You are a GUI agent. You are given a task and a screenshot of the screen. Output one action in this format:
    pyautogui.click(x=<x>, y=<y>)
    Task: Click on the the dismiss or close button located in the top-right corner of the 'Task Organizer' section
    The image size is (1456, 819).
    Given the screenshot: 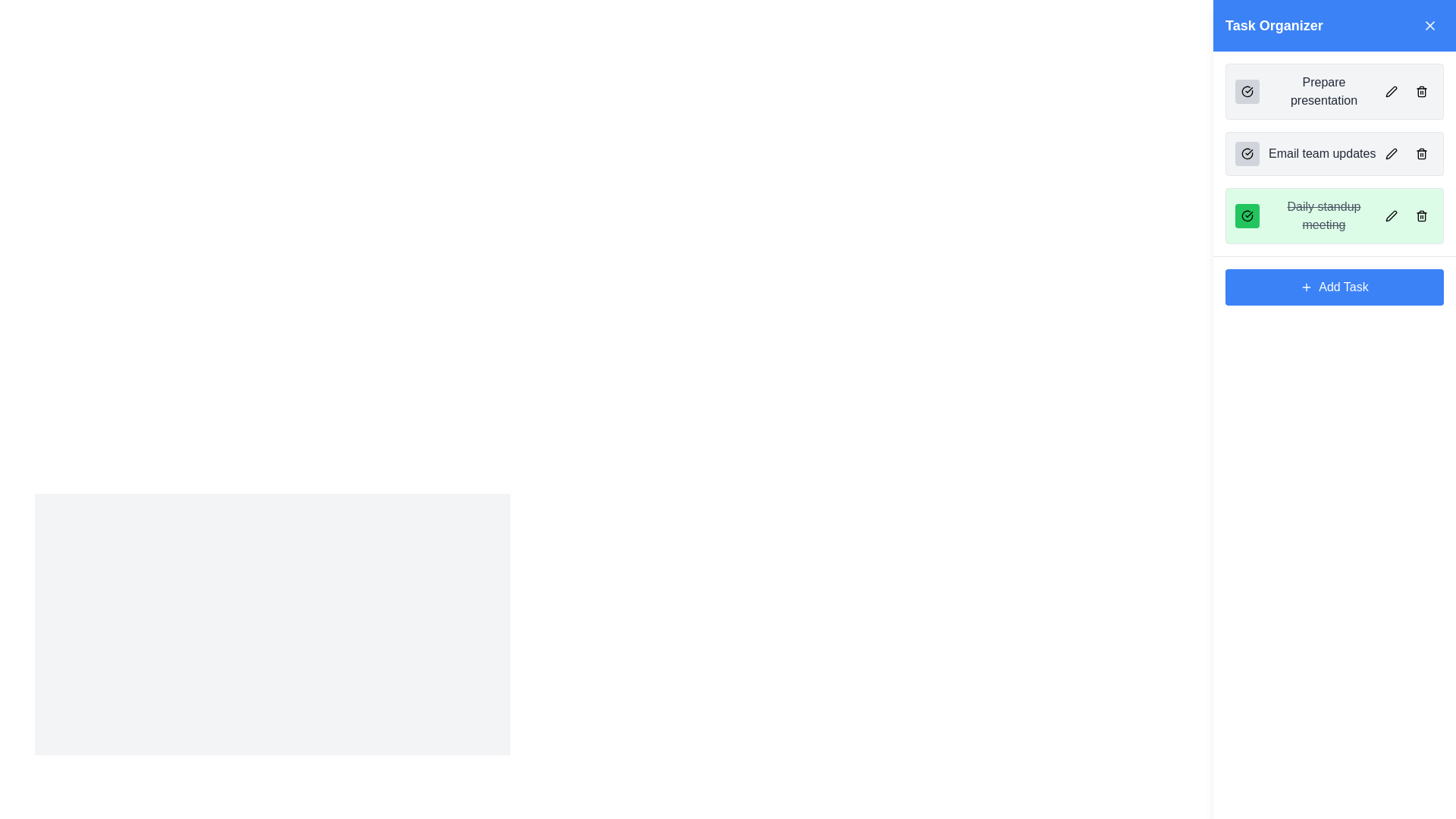 What is the action you would take?
    pyautogui.click(x=1429, y=26)
    